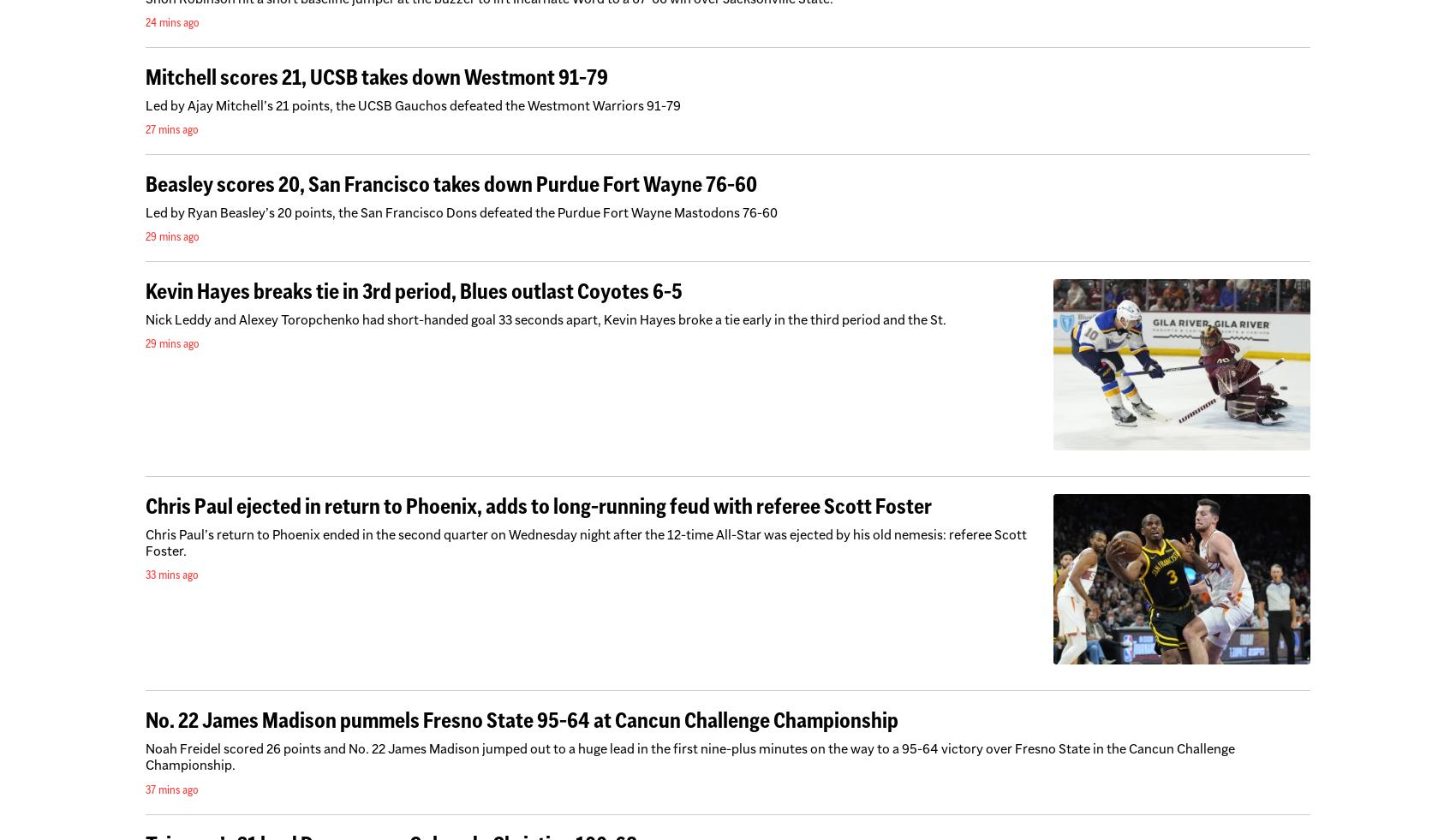 This screenshot has height=840, width=1456. What do you see at coordinates (538, 504) in the screenshot?
I see `'Chris Paul ejected in return to Phoenix, adds to long-running feud with referee Scott Foster'` at bounding box center [538, 504].